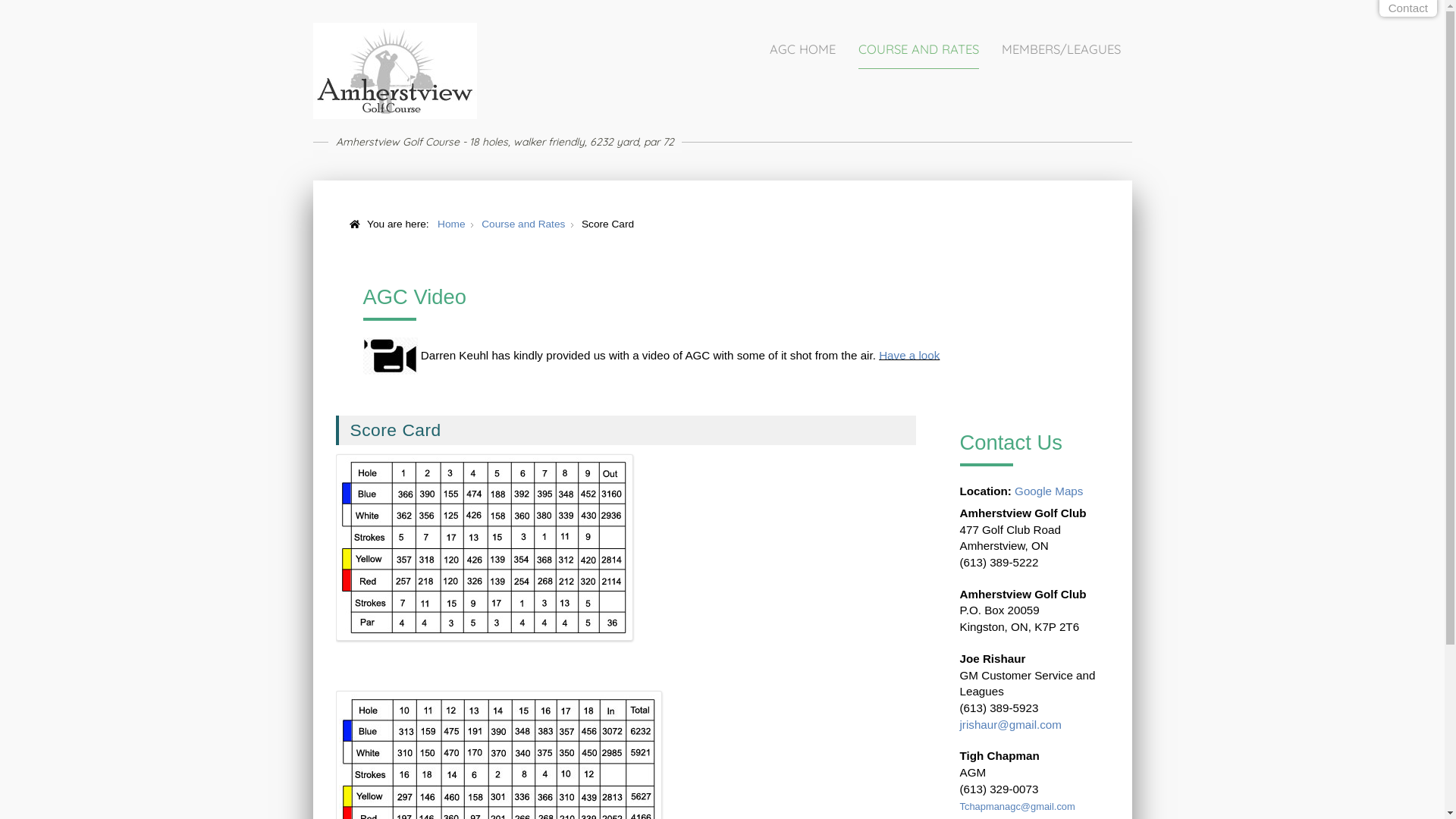 Image resolution: width=1456 pixels, height=819 pixels. I want to click on 'AGC HOME', so click(801, 49).